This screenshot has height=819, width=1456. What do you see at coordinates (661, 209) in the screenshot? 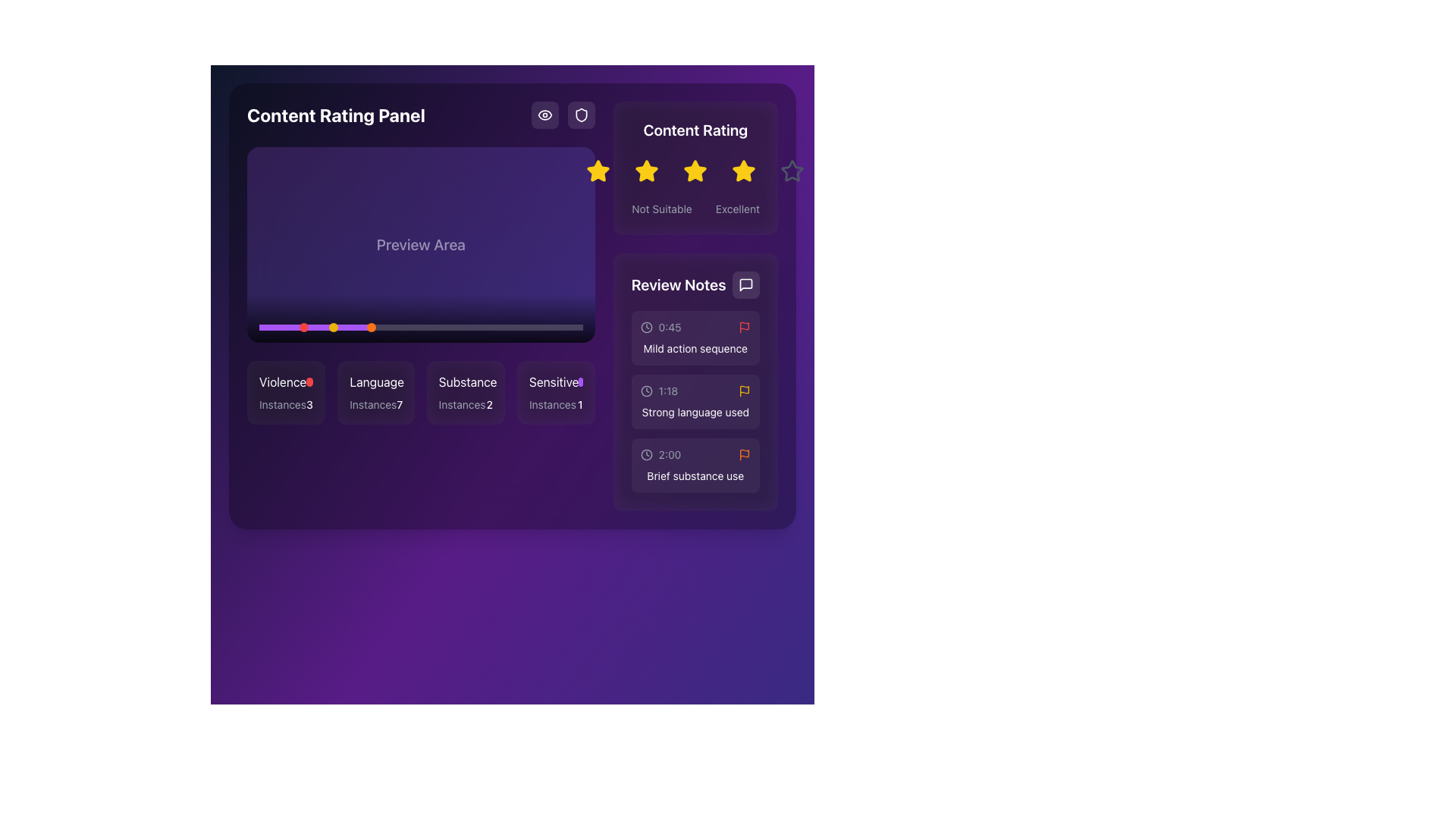
I see `the static text label indicating lower rating or disapproval in the 'Content Rating' section, positioned to the left of 'Excellent'` at bounding box center [661, 209].